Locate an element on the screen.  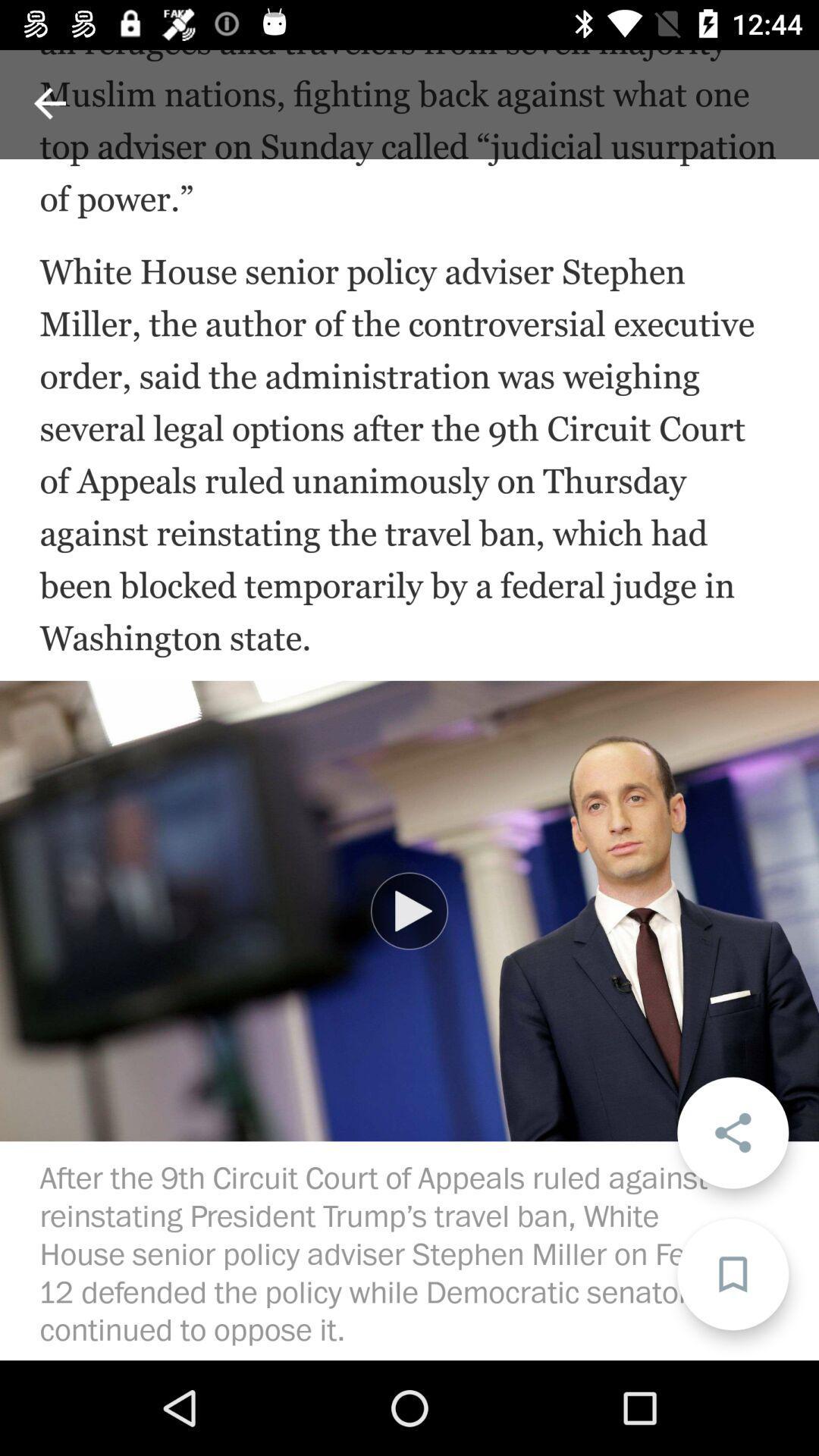
app above after the 9th icon is located at coordinates (409, 910).